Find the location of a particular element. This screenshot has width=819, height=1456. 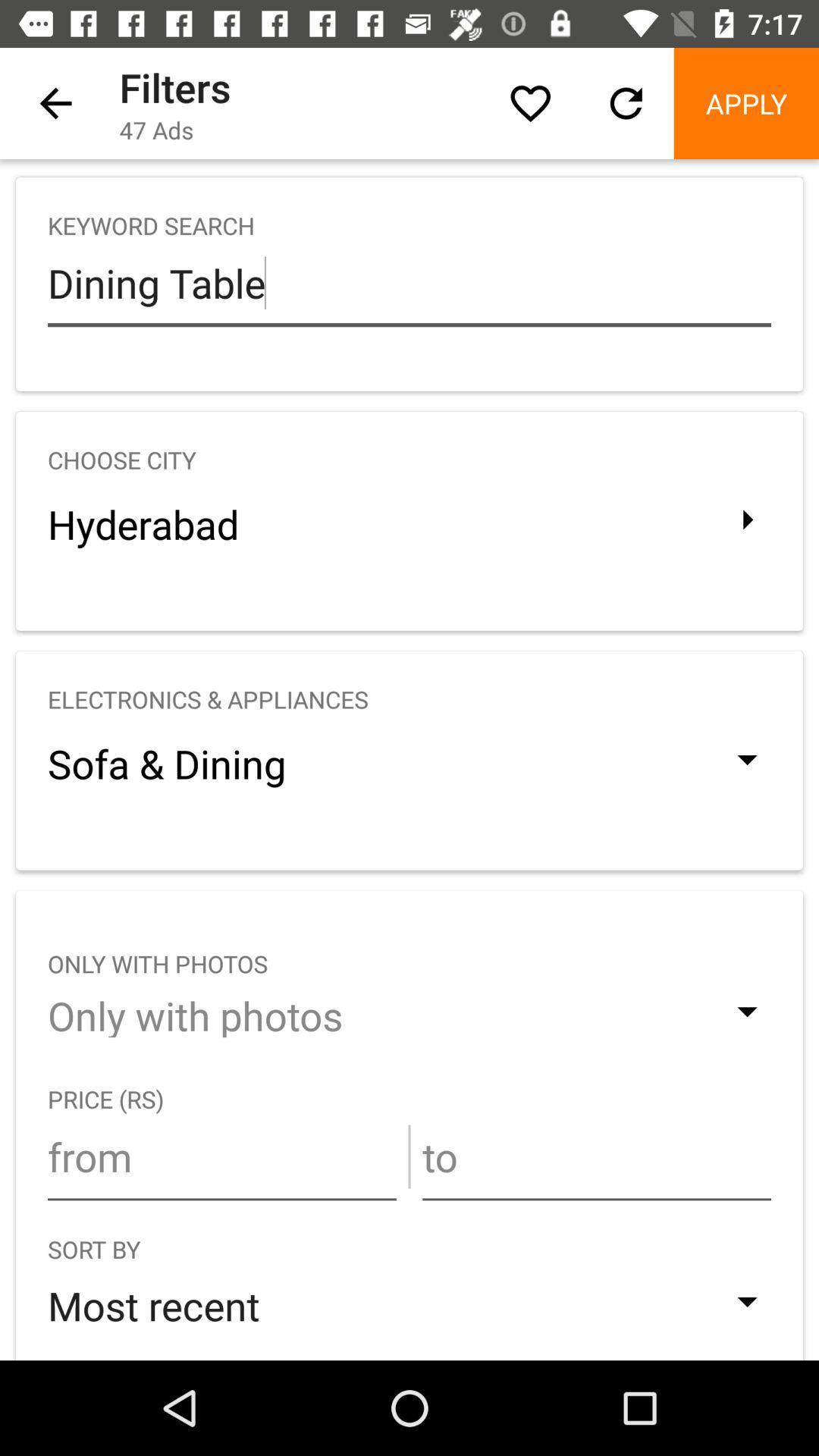

item above the keyword search is located at coordinates (745, 102).